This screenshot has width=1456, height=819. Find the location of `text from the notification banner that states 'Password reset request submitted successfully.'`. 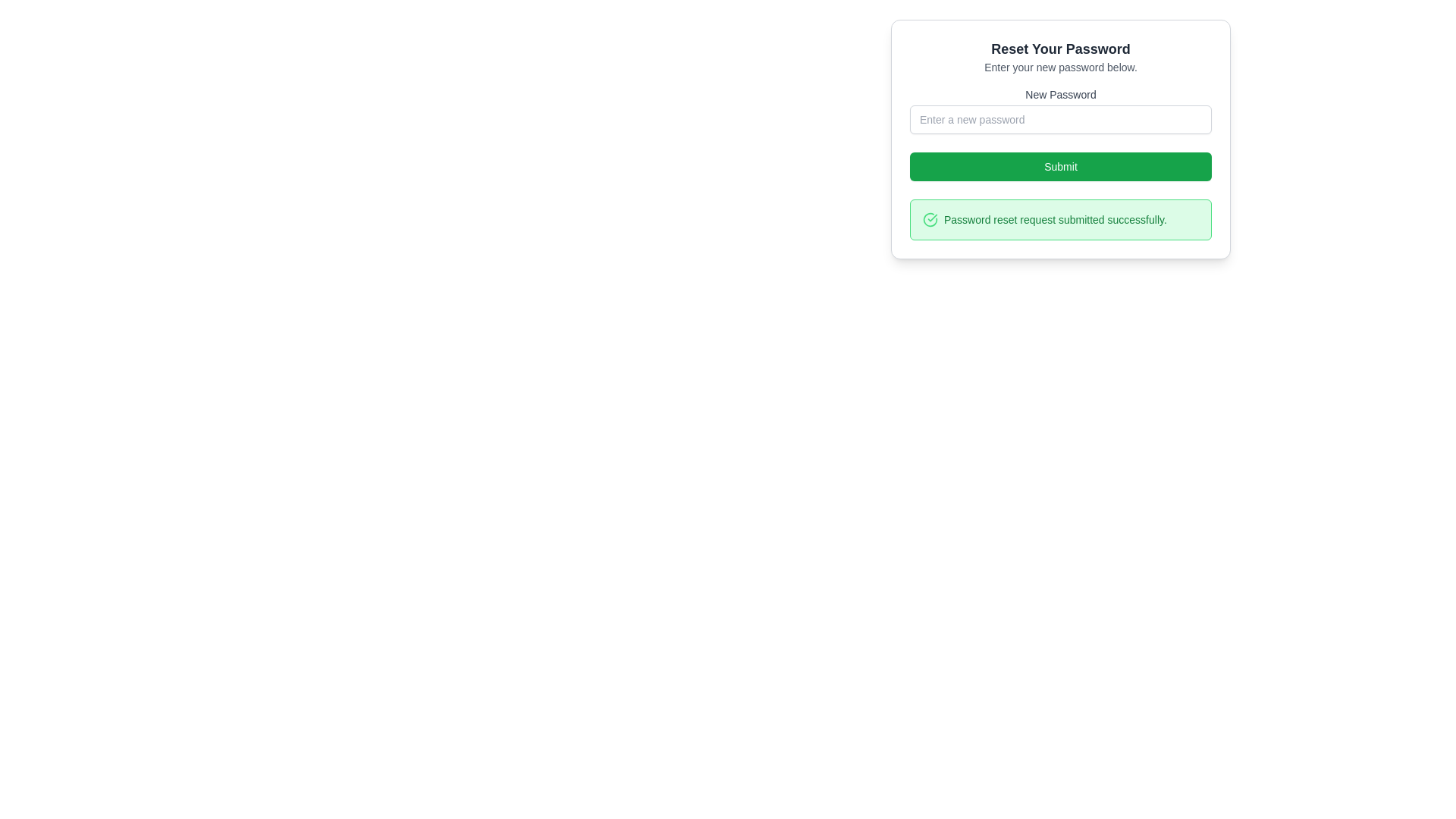

text from the notification banner that states 'Password reset request submitted successfully.' is located at coordinates (1059, 219).